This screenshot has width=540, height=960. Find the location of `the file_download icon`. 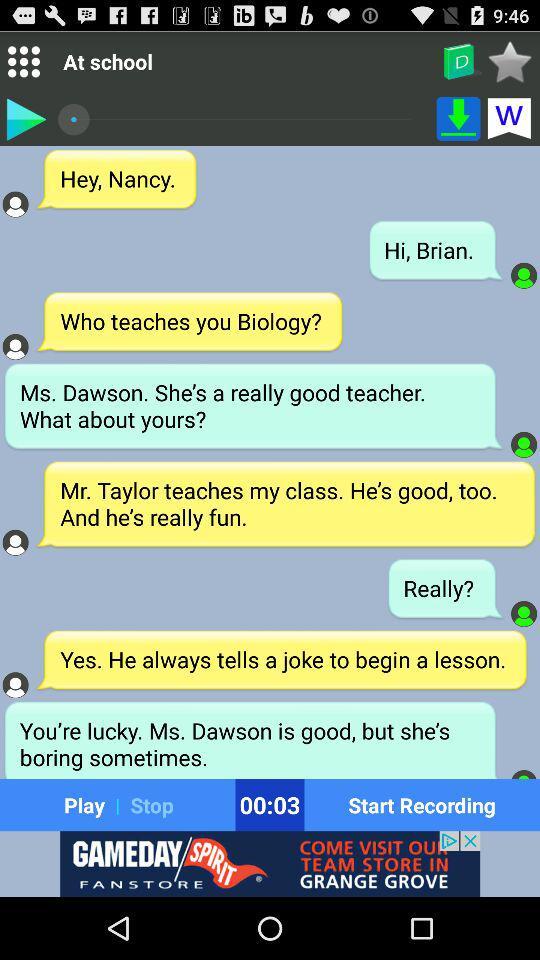

the file_download icon is located at coordinates (458, 126).